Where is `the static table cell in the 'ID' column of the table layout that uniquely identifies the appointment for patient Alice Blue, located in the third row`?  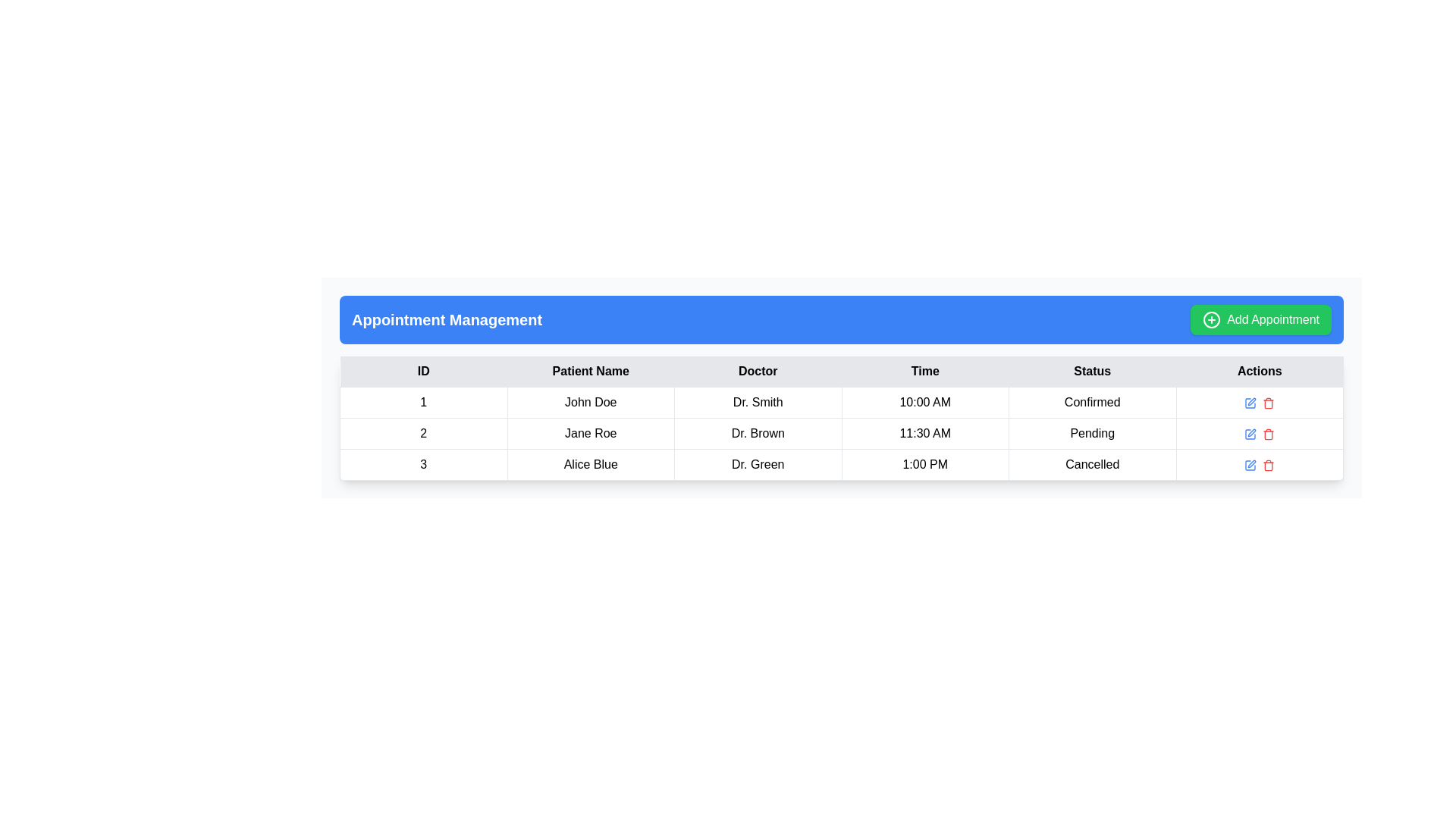 the static table cell in the 'ID' column of the table layout that uniquely identifies the appointment for patient Alice Blue, located in the third row is located at coordinates (423, 464).